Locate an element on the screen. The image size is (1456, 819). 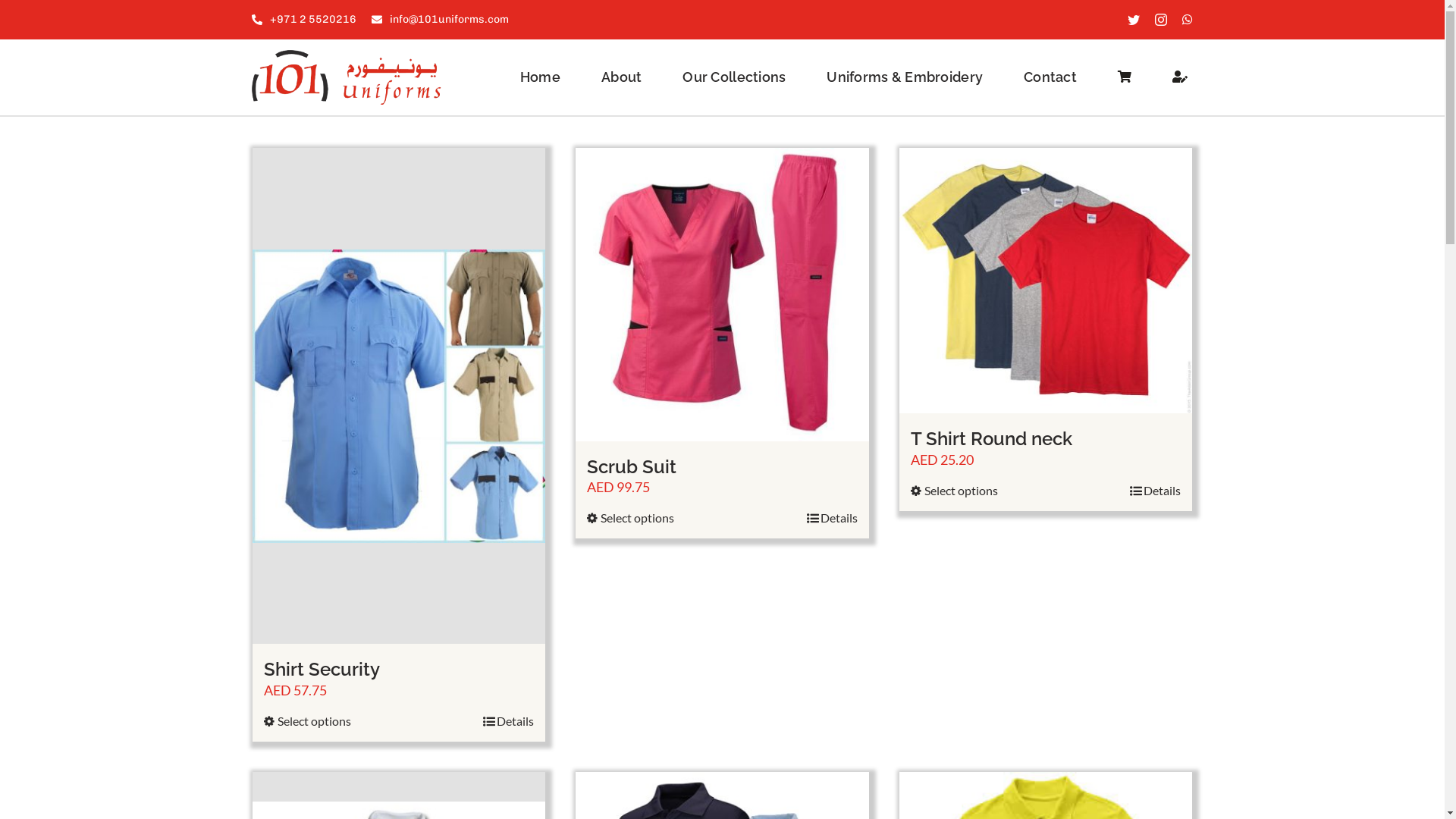
'Contact' is located at coordinates (1050, 77).